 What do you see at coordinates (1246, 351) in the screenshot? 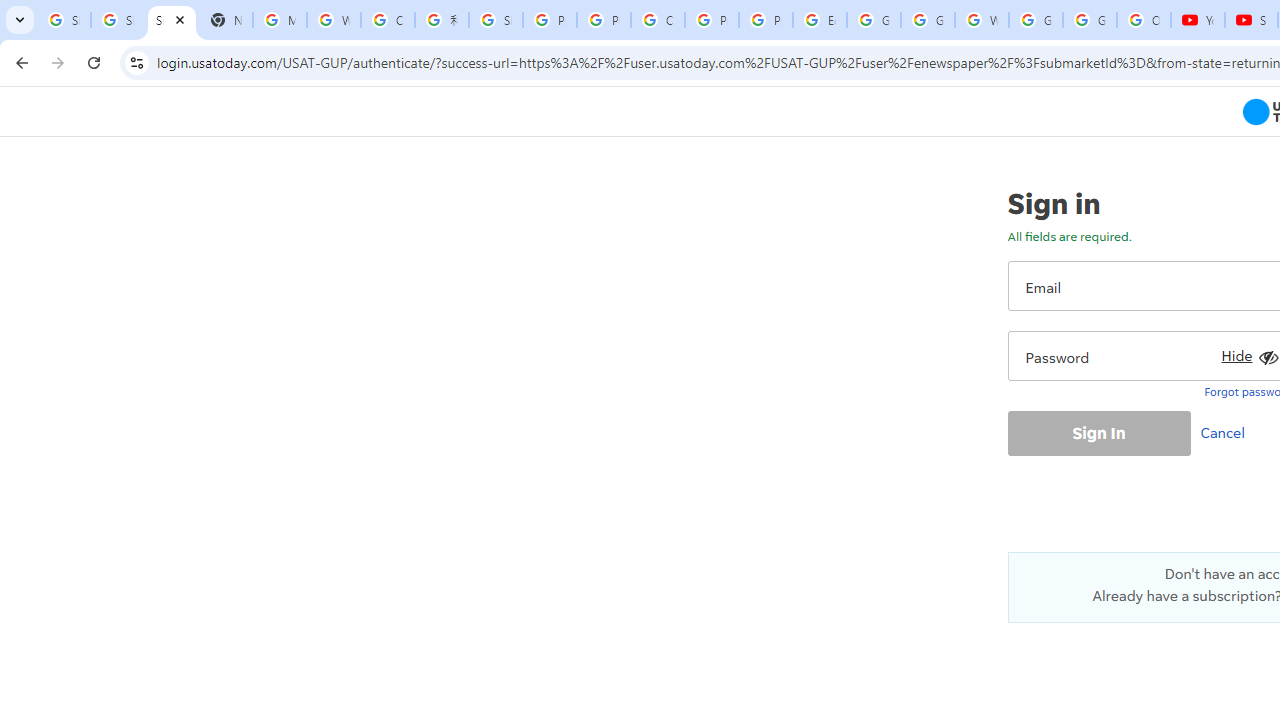
I see `'Hide'` at bounding box center [1246, 351].